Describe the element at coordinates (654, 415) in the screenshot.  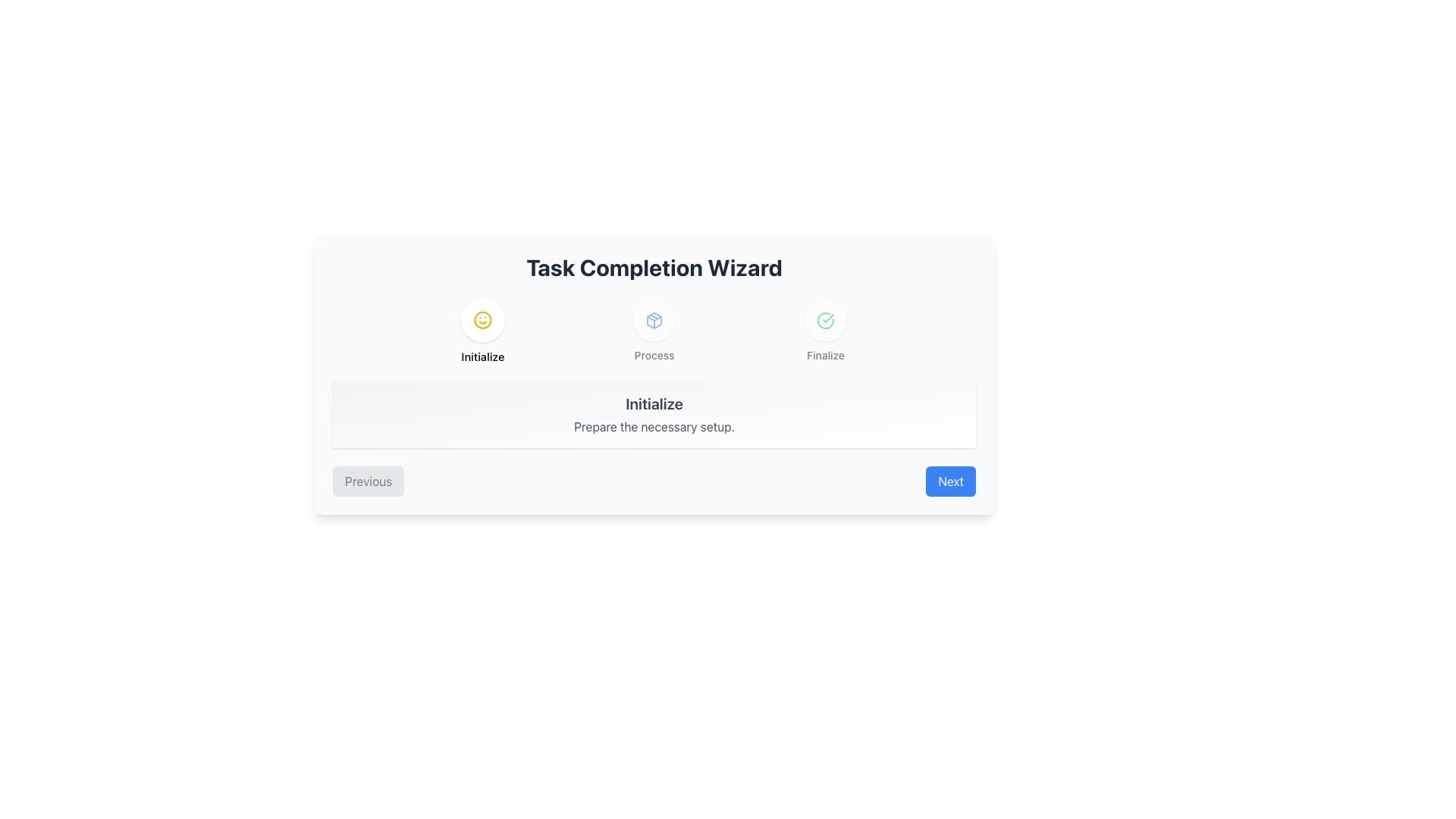
I see `the Informative Section element that displays the title 'Initialize' and the subtitle 'Prepare the necessary setup.'` at that location.